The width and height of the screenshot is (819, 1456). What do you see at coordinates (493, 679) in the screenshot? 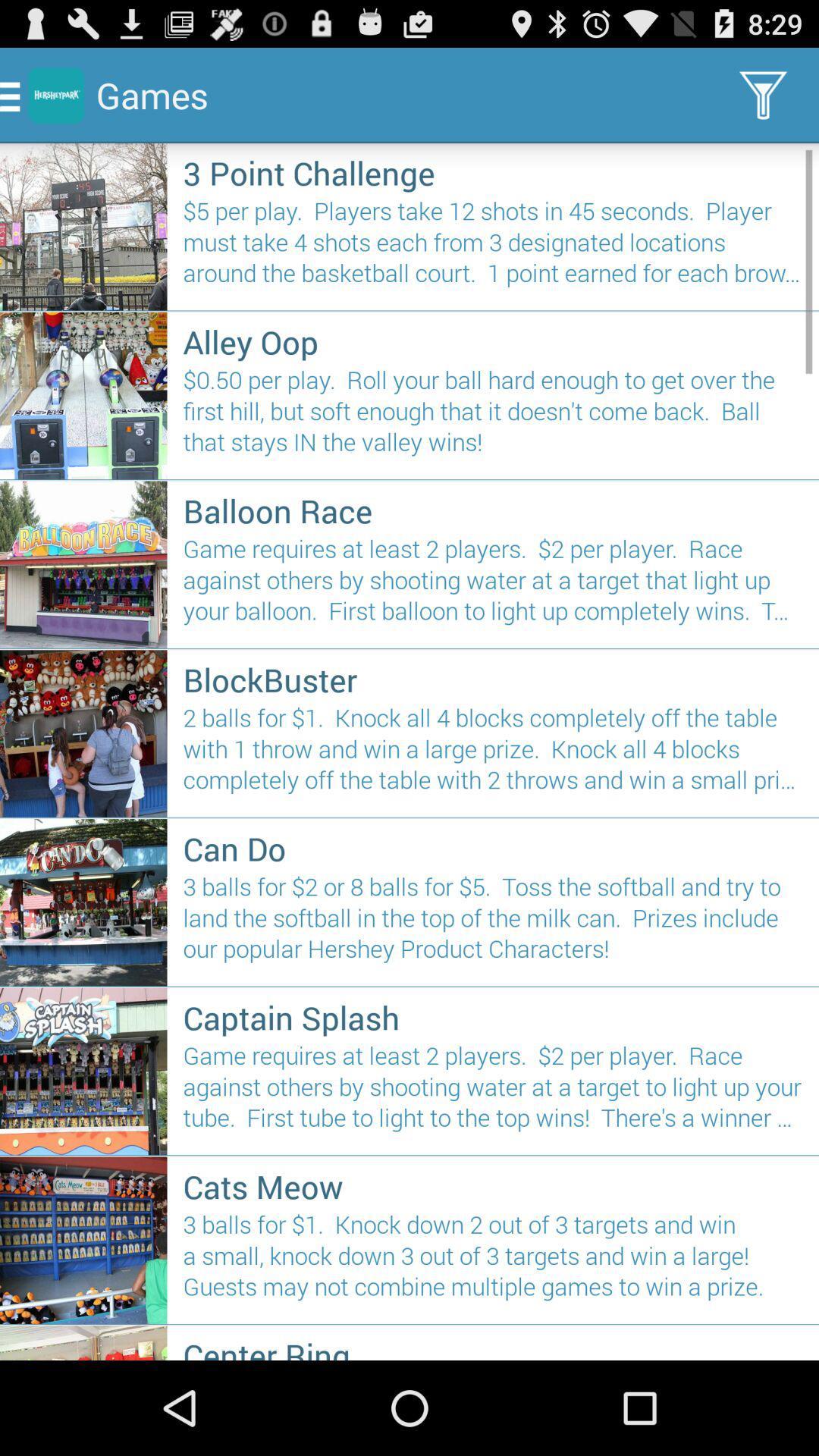
I see `the item above the 2 balls for` at bounding box center [493, 679].